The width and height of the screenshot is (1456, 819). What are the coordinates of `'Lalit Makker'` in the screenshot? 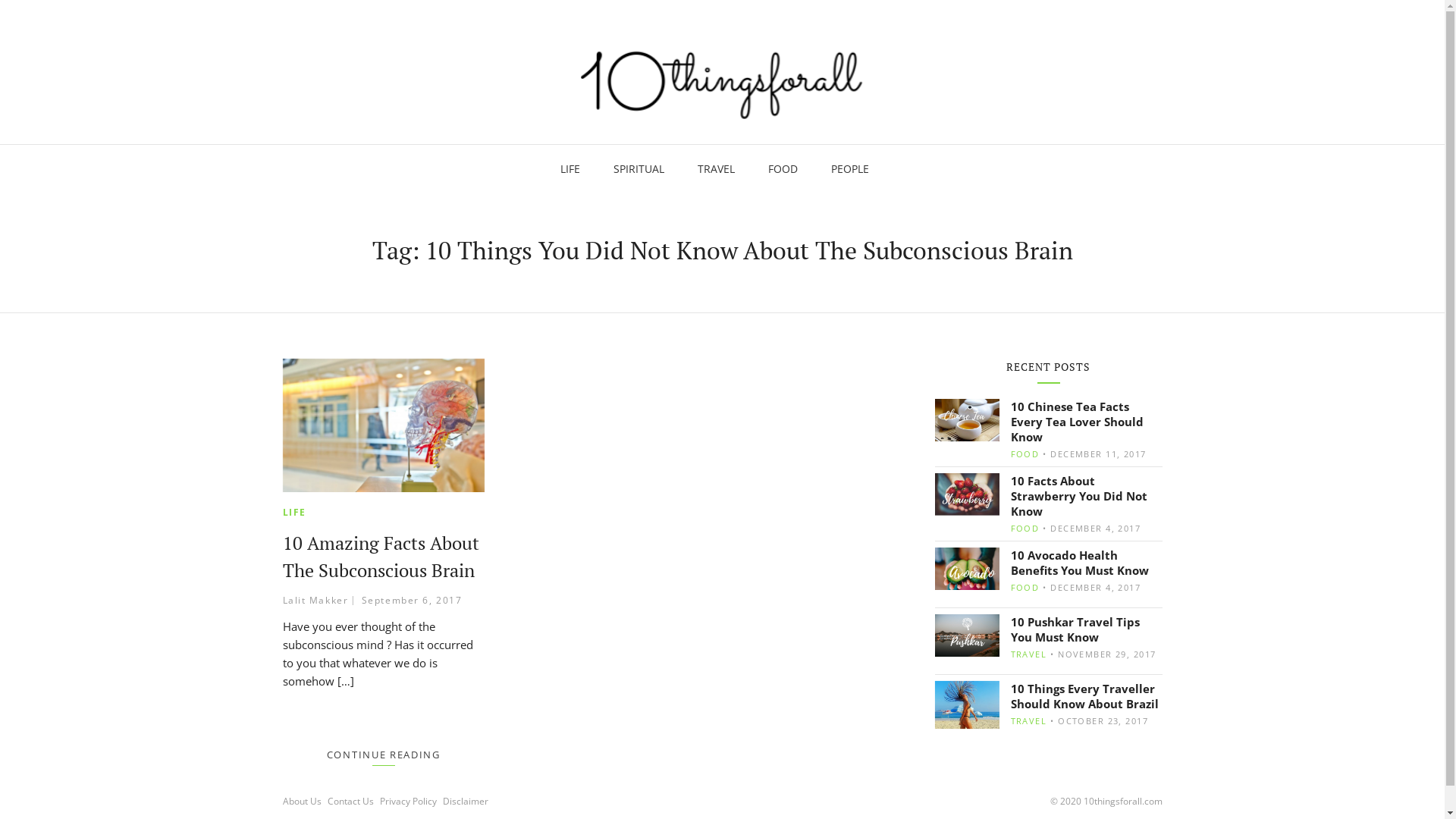 It's located at (314, 599).